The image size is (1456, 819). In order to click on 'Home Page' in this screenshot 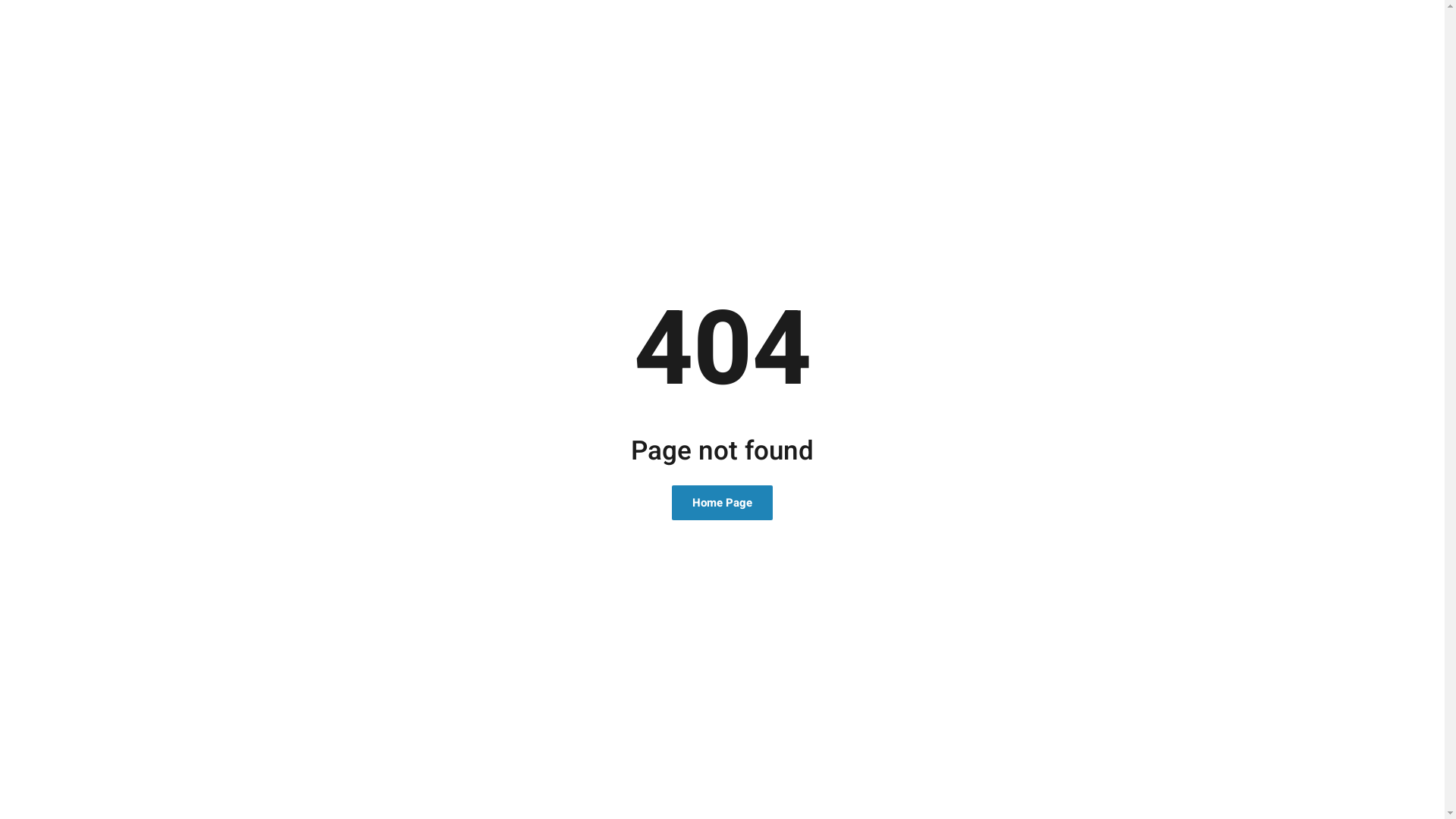, I will do `click(721, 503)`.